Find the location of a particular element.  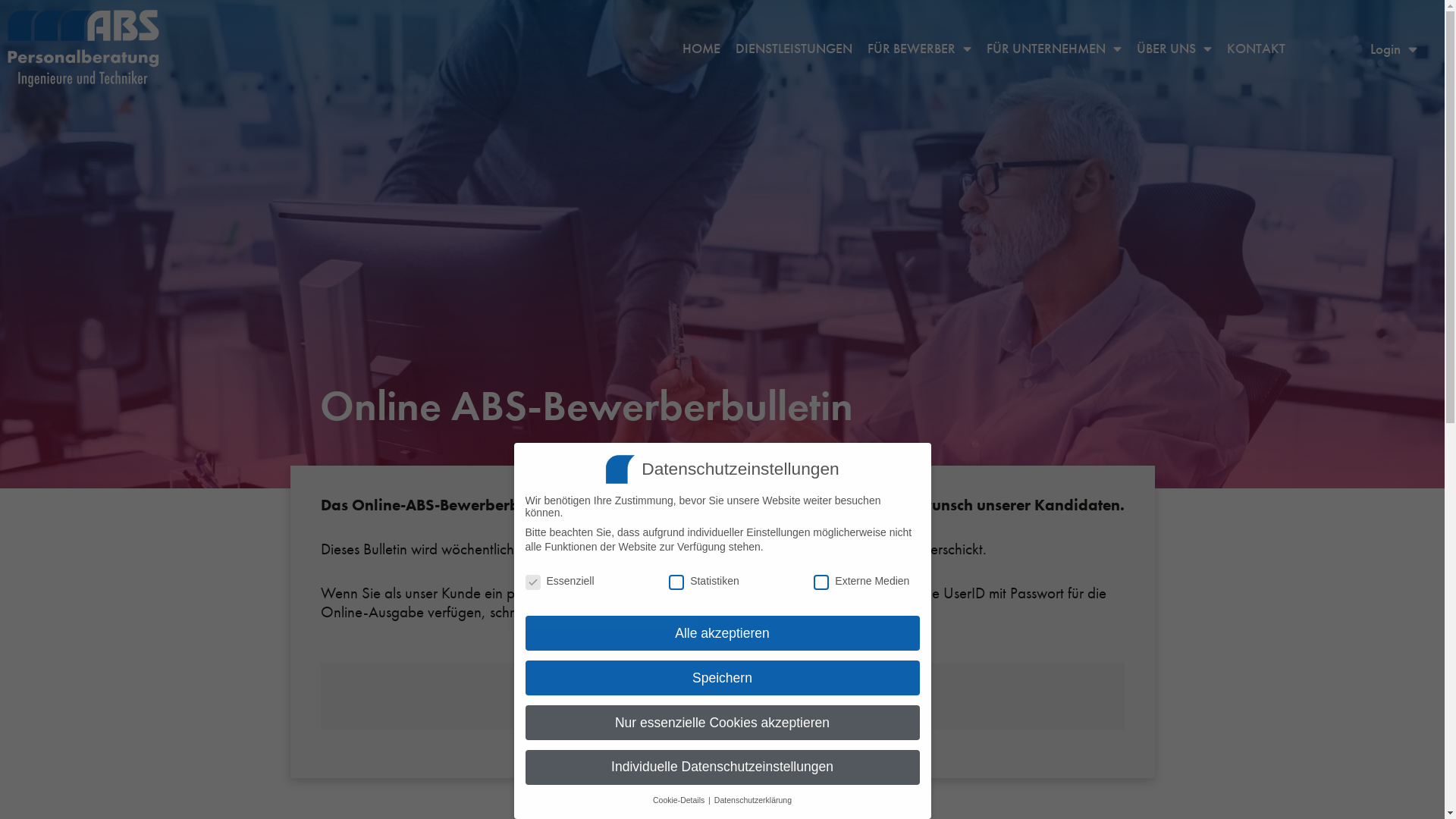

'KONTAKT' is located at coordinates (1256, 48).